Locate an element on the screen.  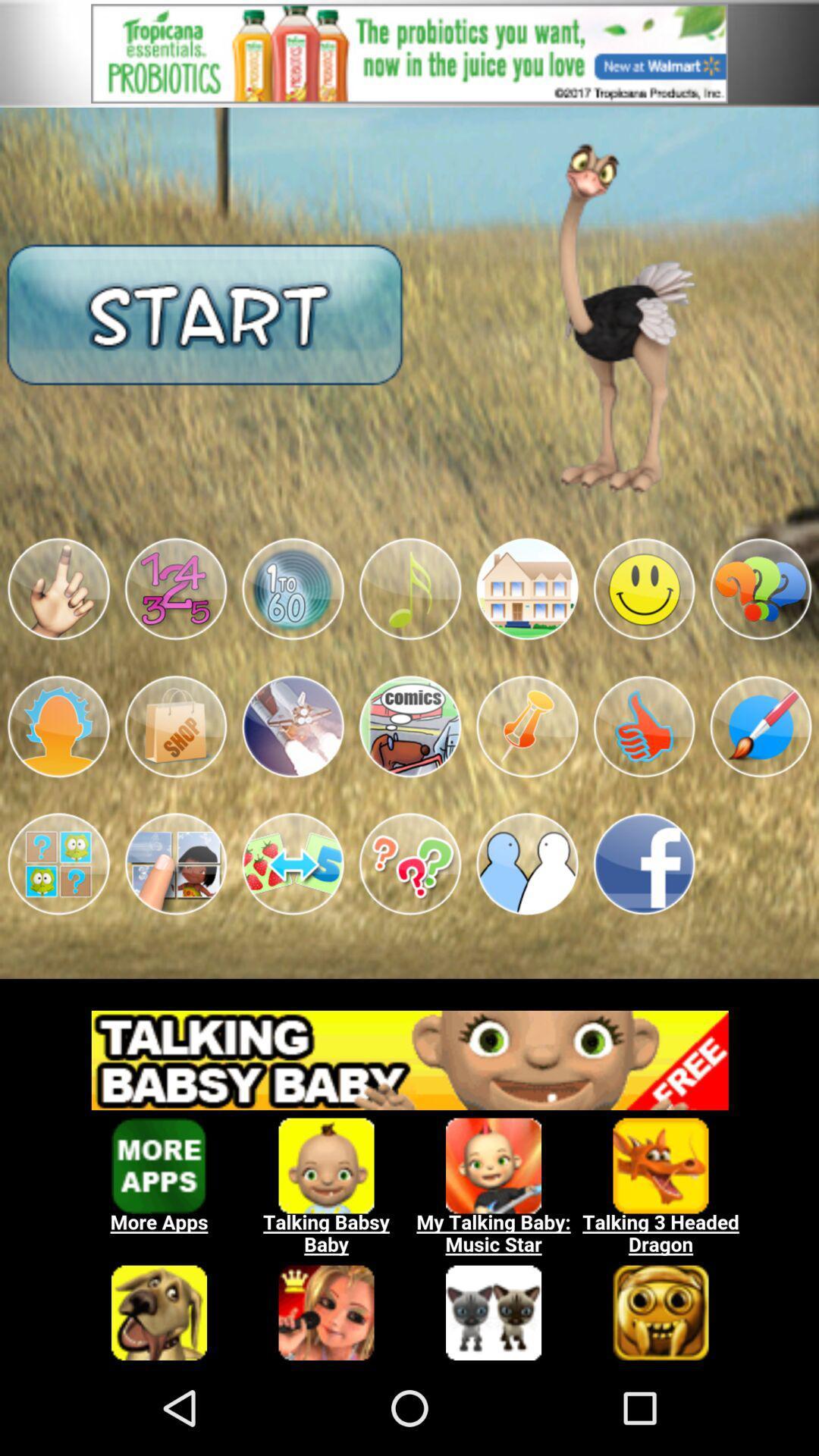
the avatar icon is located at coordinates (58, 777).